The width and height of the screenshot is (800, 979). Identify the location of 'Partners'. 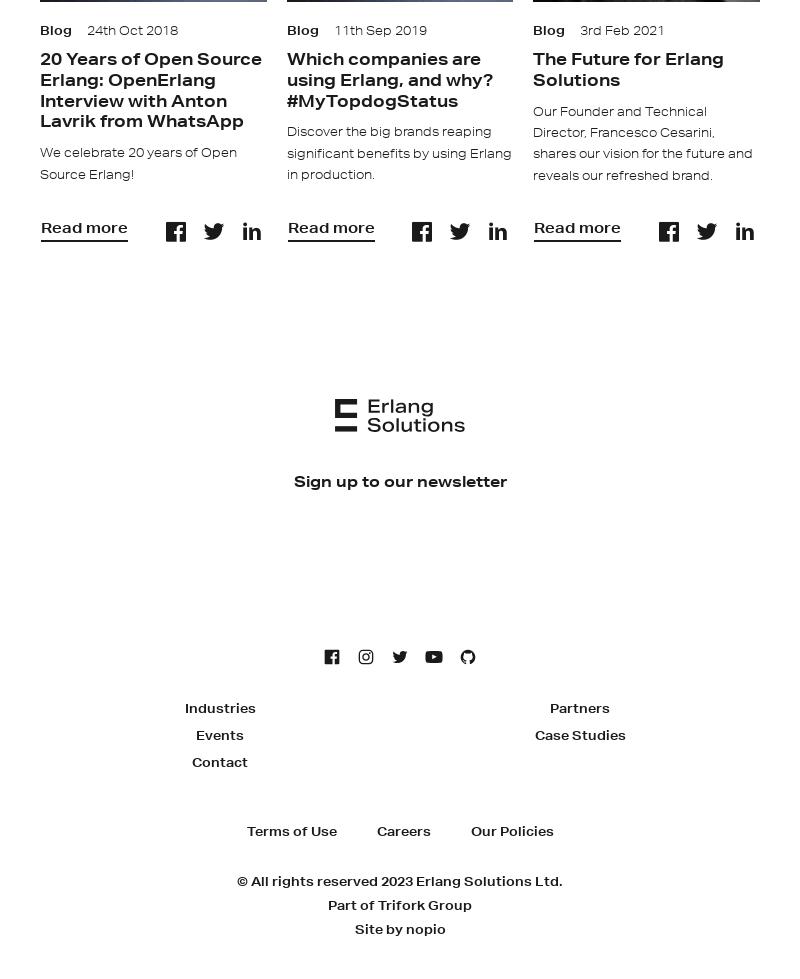
(579, 706).